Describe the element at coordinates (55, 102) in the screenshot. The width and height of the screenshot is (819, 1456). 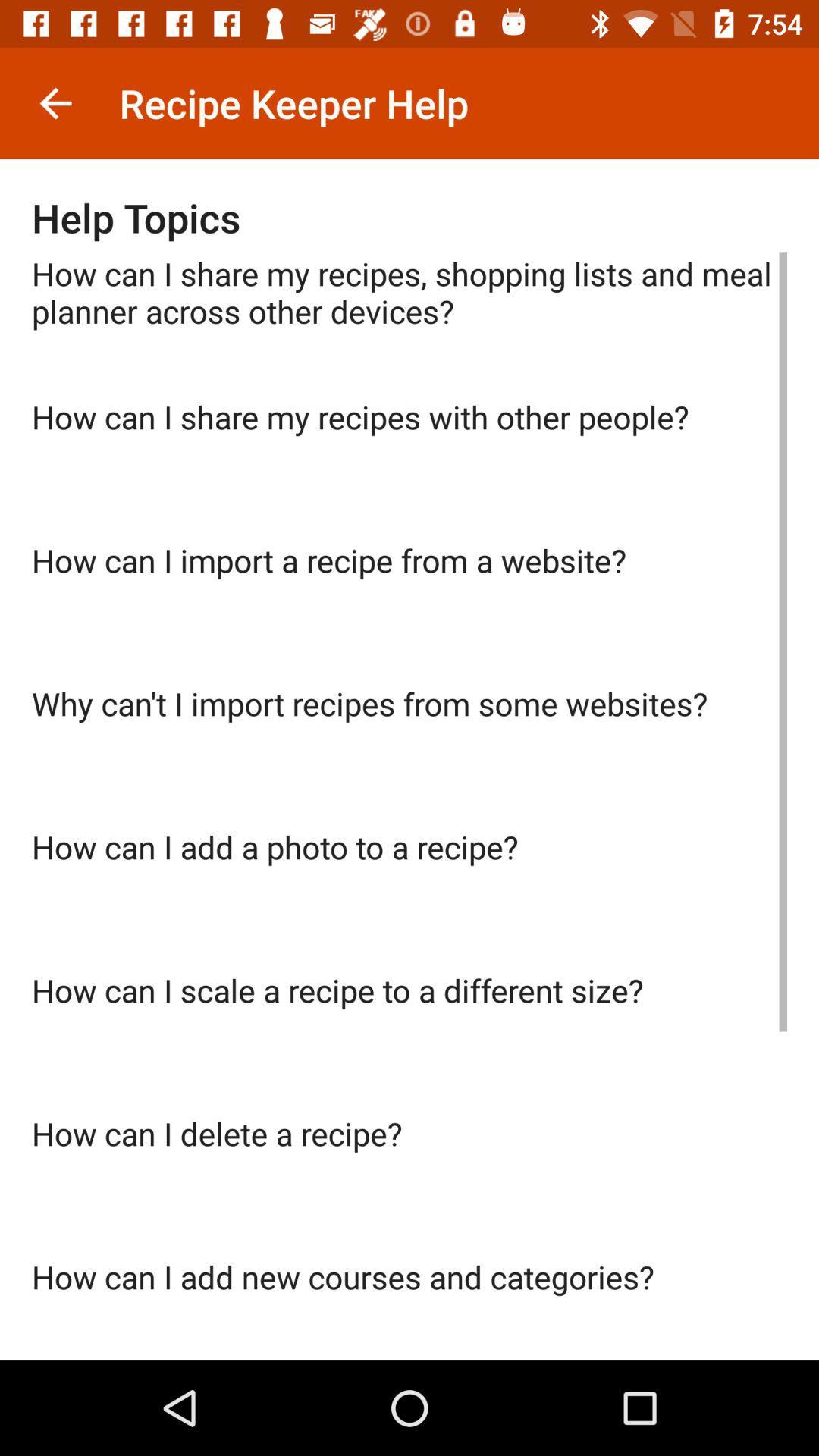
I see `the item above the help topics icon` at that location.